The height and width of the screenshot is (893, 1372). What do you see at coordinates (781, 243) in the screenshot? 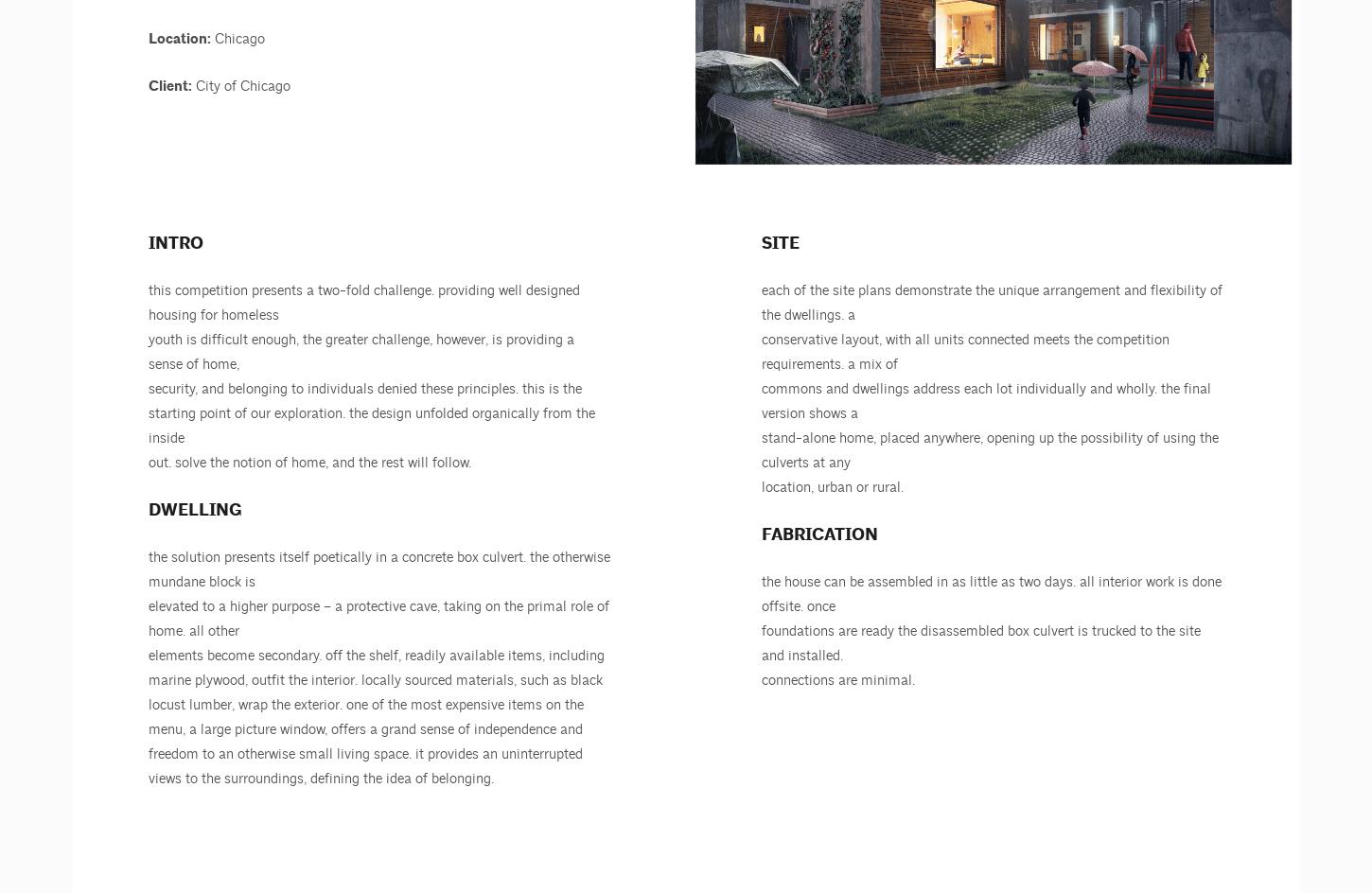
I see `'Site'` at bounding box center [781, 243].